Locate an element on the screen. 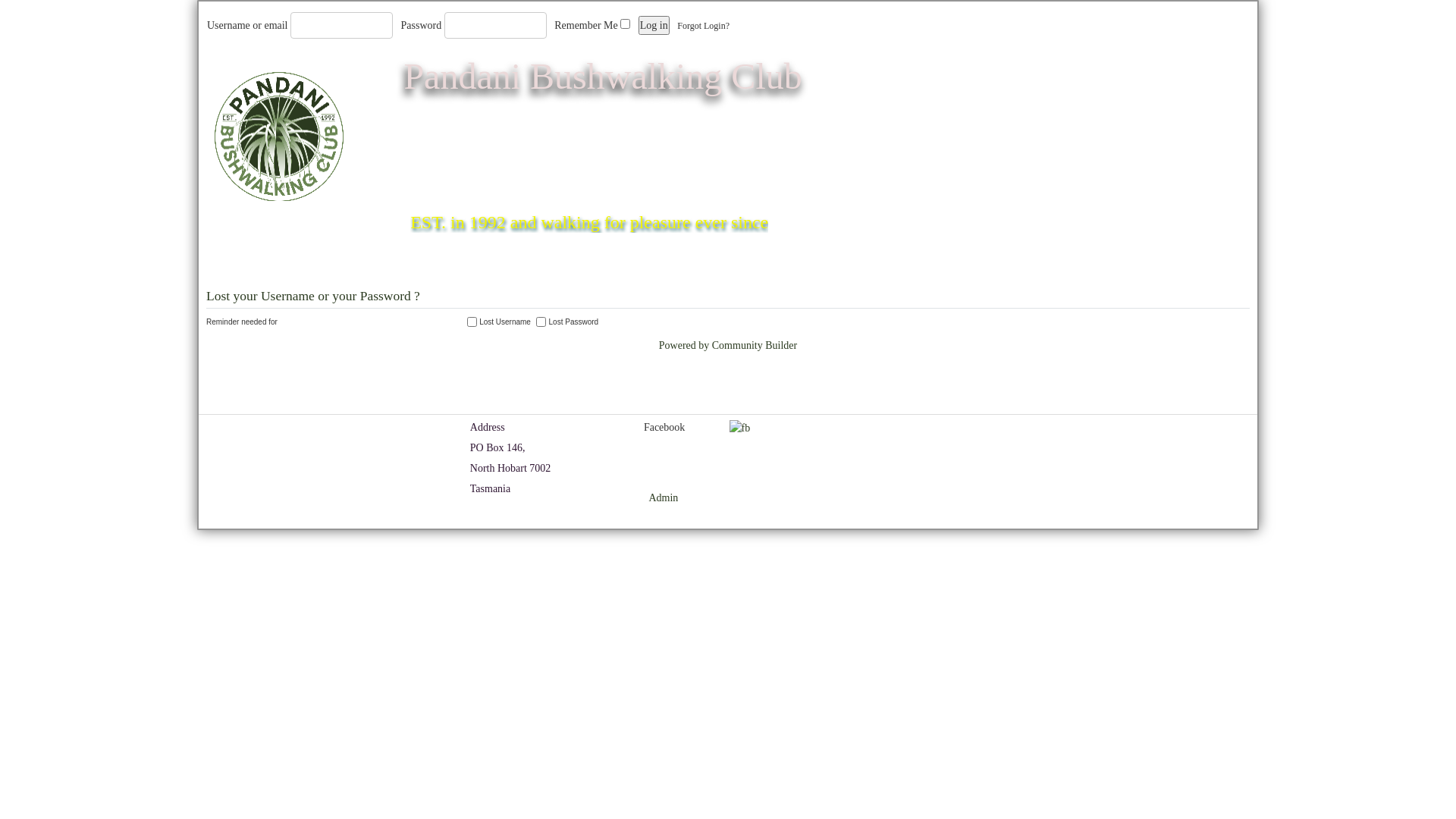  'Forgot Login?' is located at coordinates (676, 26).